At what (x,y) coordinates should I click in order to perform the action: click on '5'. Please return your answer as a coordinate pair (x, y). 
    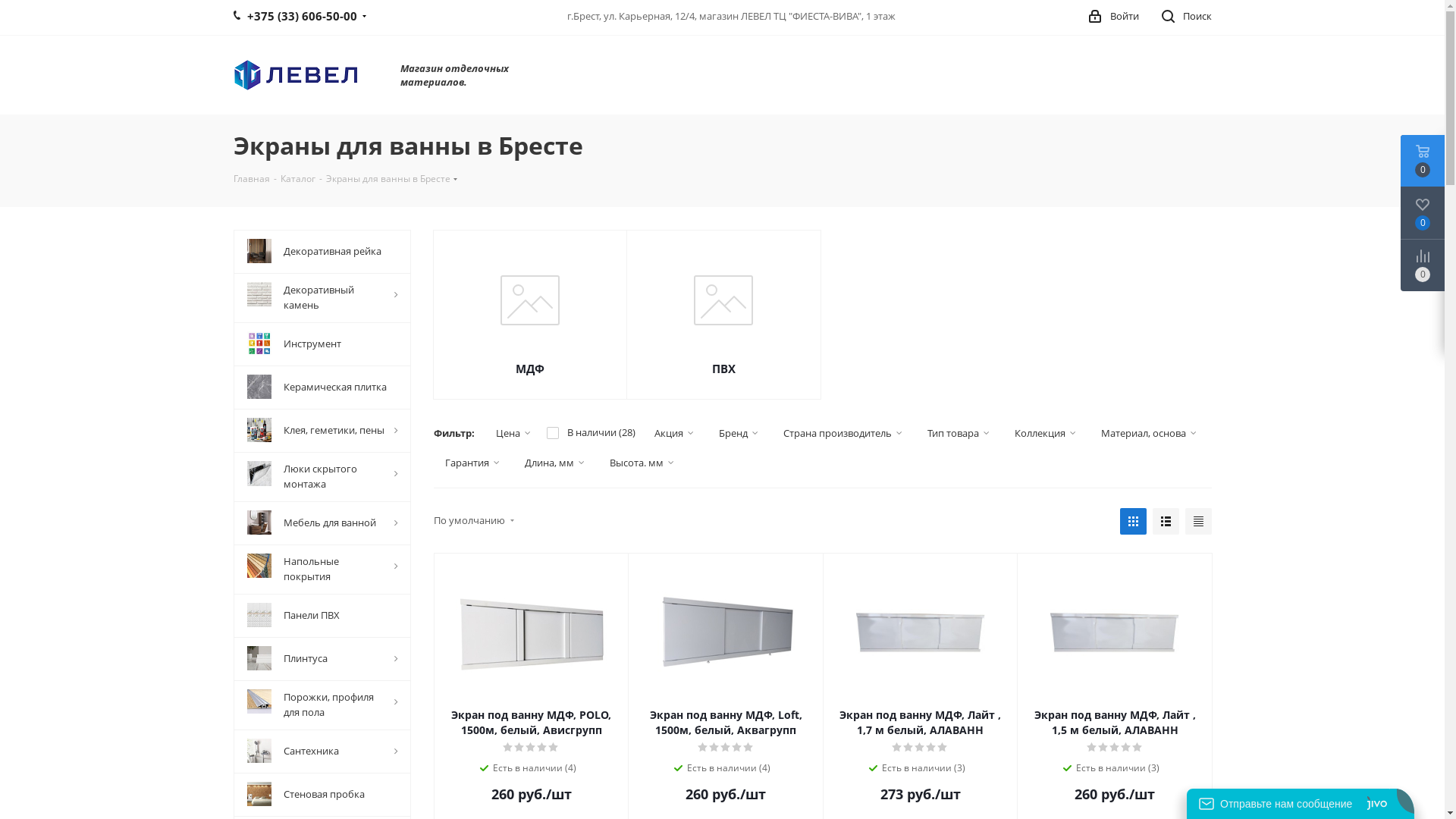
    Looking at the image, I should click on (742, 747).